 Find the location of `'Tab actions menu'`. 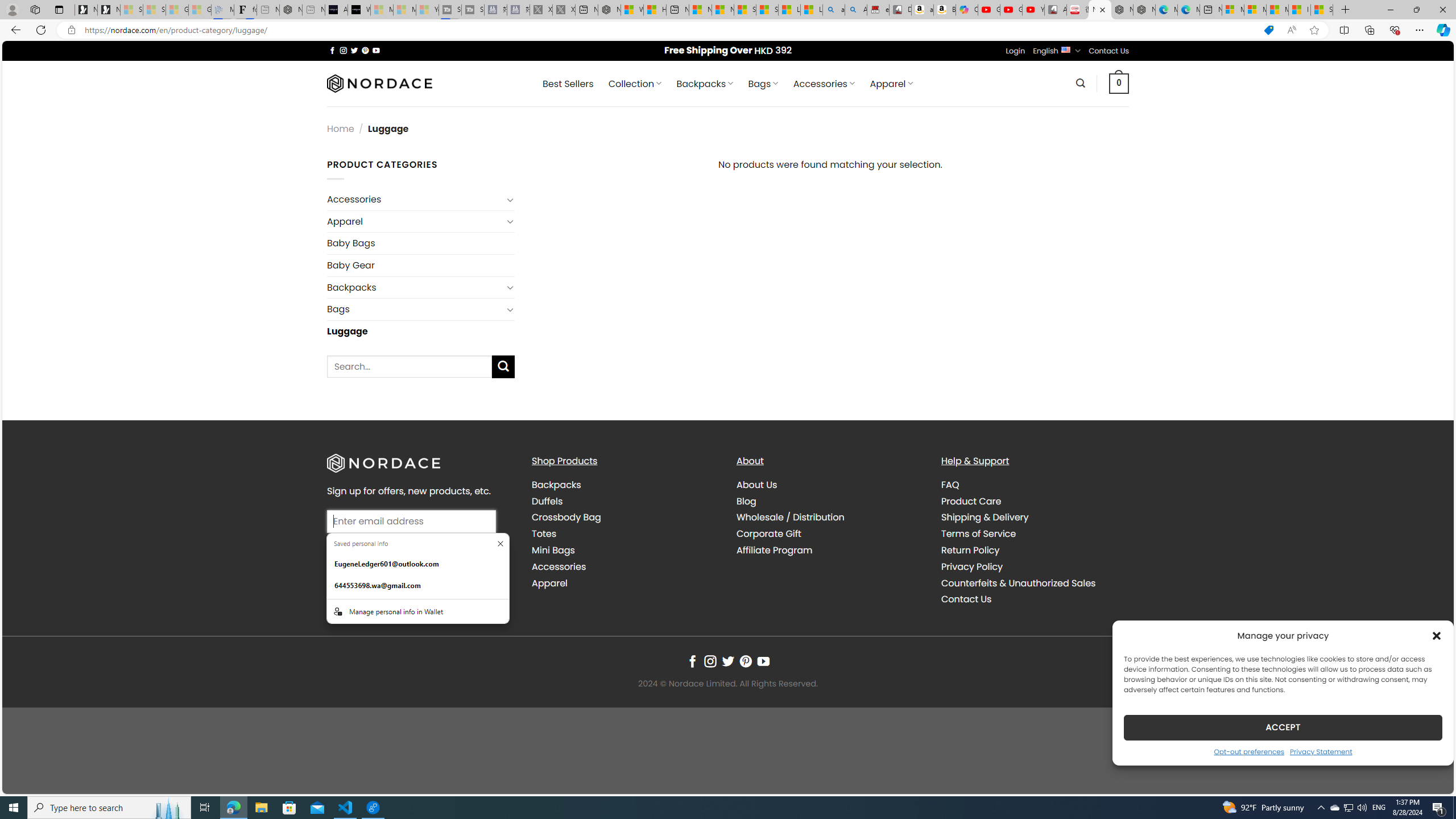

'Tab actions menu' is located at coordinates (58, 9).